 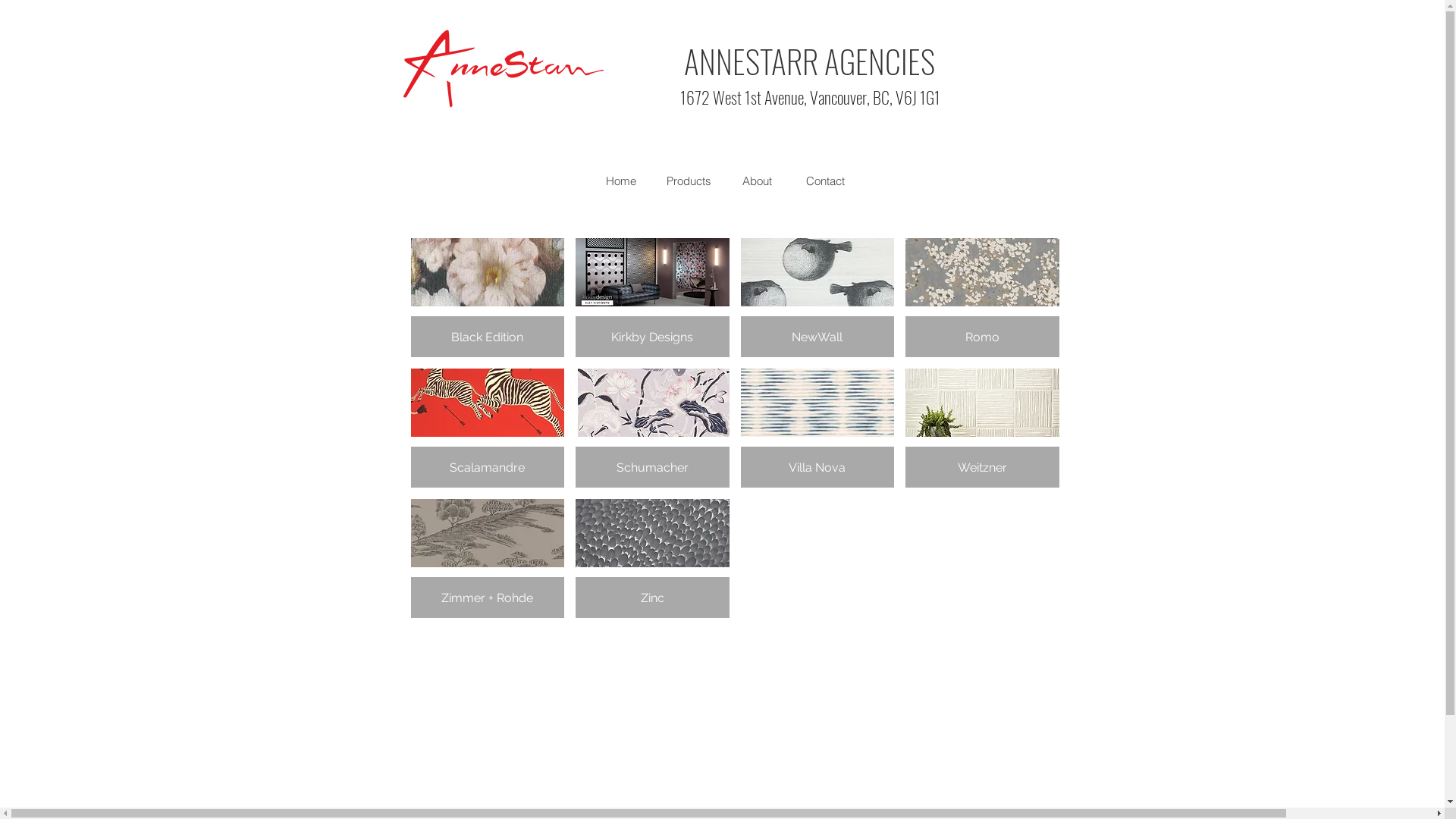 What do you see at coordinates (824, 180) in the screenshot?
I see `'Contact'` at bounding box center [824, 180].